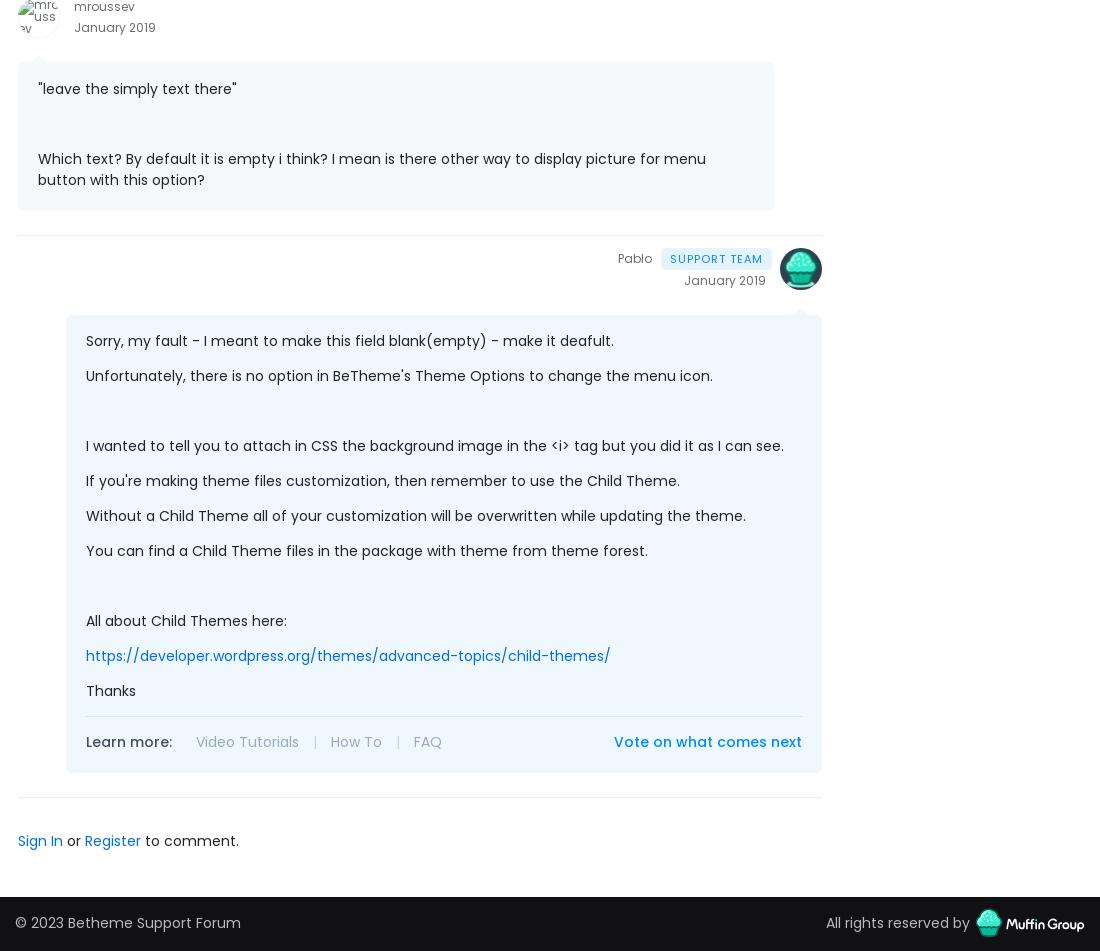  What do you see at coordinates (137, 87) in the screenshot?
I see `'"leave the simply text there"'` at bounding box center [137, 87].